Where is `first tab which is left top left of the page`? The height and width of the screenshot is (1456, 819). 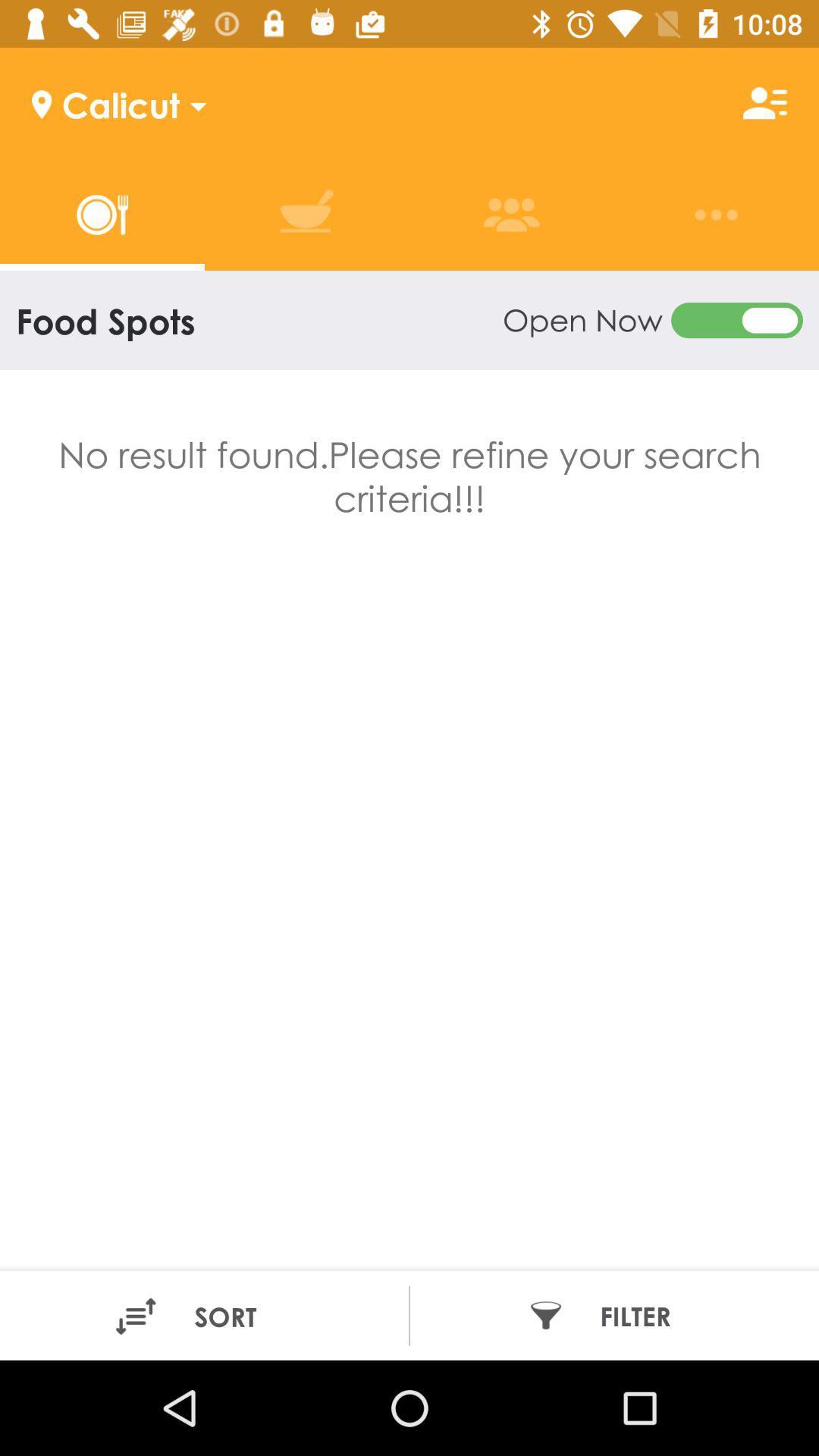
first tab which is left top left of the page is located at coordinates (102, 214).